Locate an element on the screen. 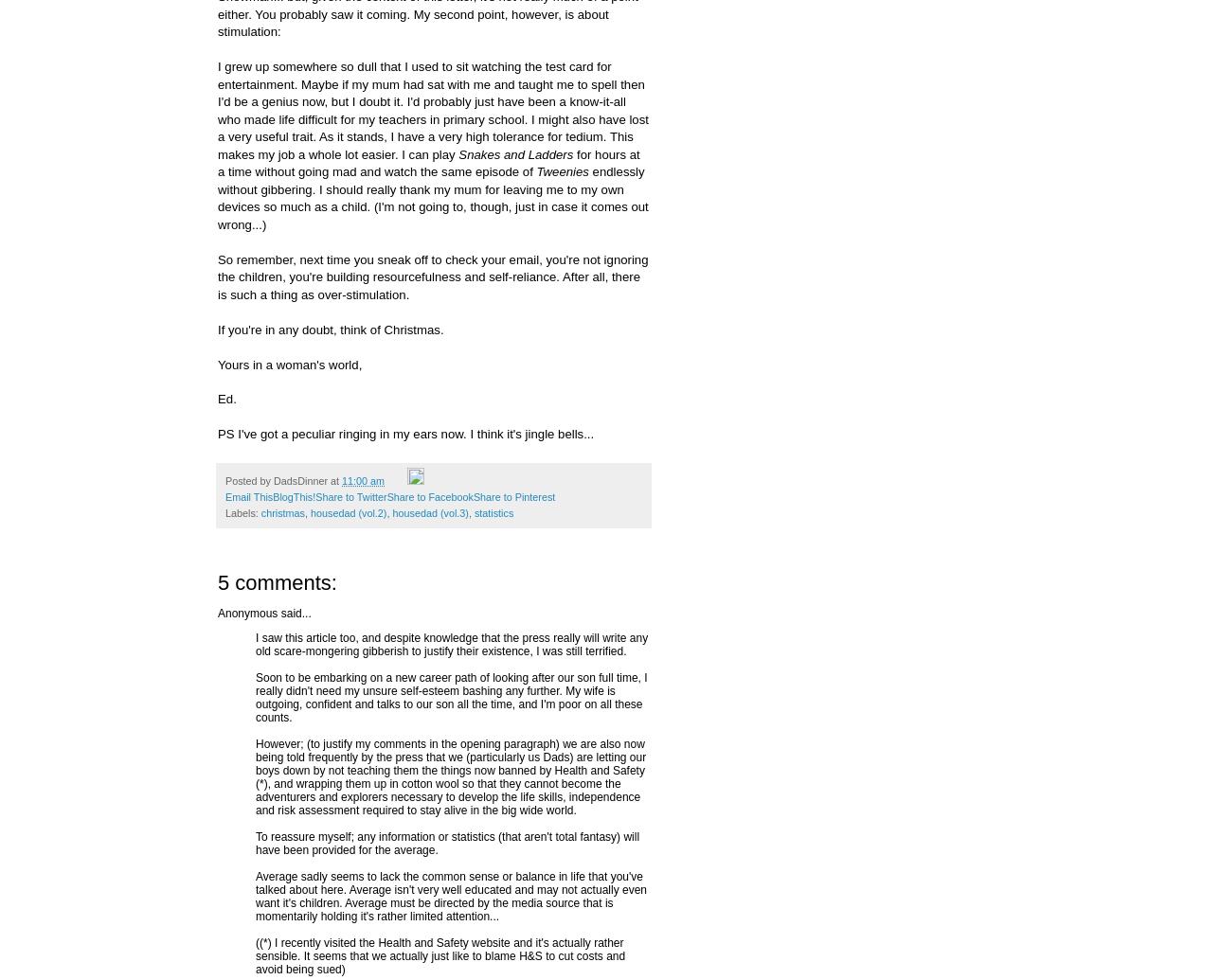 This screenshot has height=980, width=1220. 'However; (to justify my comments in the opening paragraph) we are also now being told frequently by the press that we (particularly us Dads) are letting our boys down by not teaching them the things now banned by Health and Safety (*), and wrapping them up in cotton wool so that they cannot become the adventurers and explorers necessary to develop the life skills, independence and risk assessment required to stay alive in the big wide world.' is located at coordinates (450, 775).